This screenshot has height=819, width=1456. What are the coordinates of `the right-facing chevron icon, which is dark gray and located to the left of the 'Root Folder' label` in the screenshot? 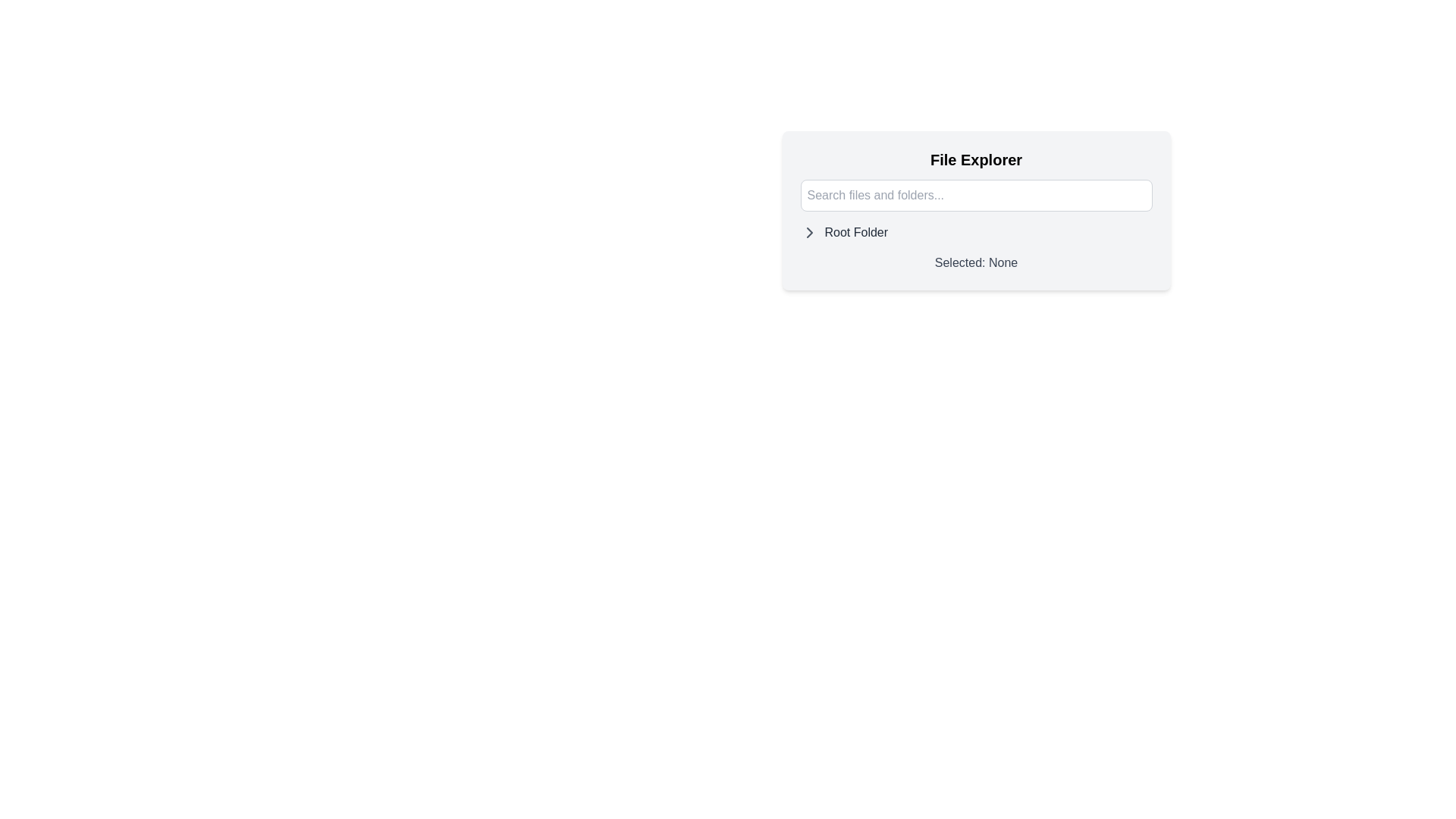 It's located at (808, 233).